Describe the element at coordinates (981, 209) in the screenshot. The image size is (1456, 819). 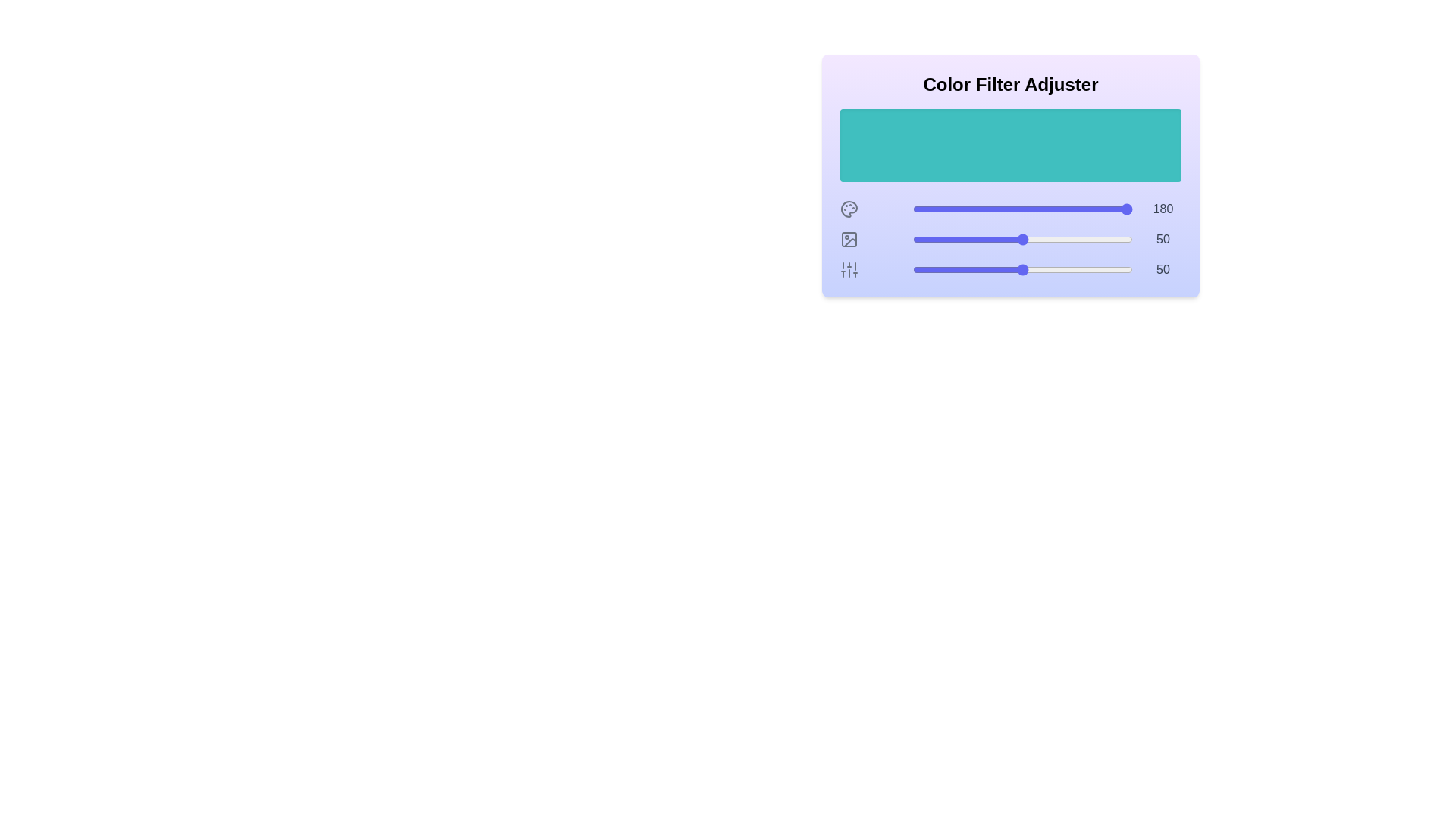
I see `the Hue slider to a value of 31` at that location.